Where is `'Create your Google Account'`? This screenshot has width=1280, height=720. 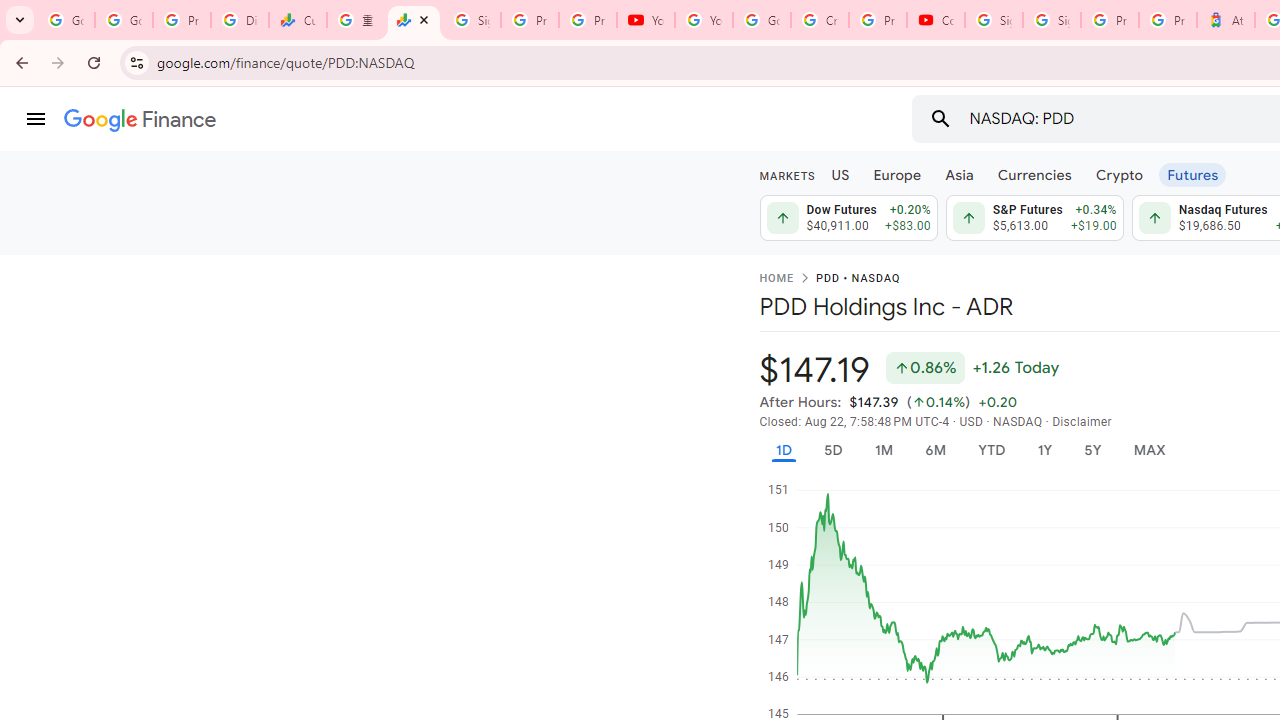 'Create your Google Account' is located at coordinates (819, 20).